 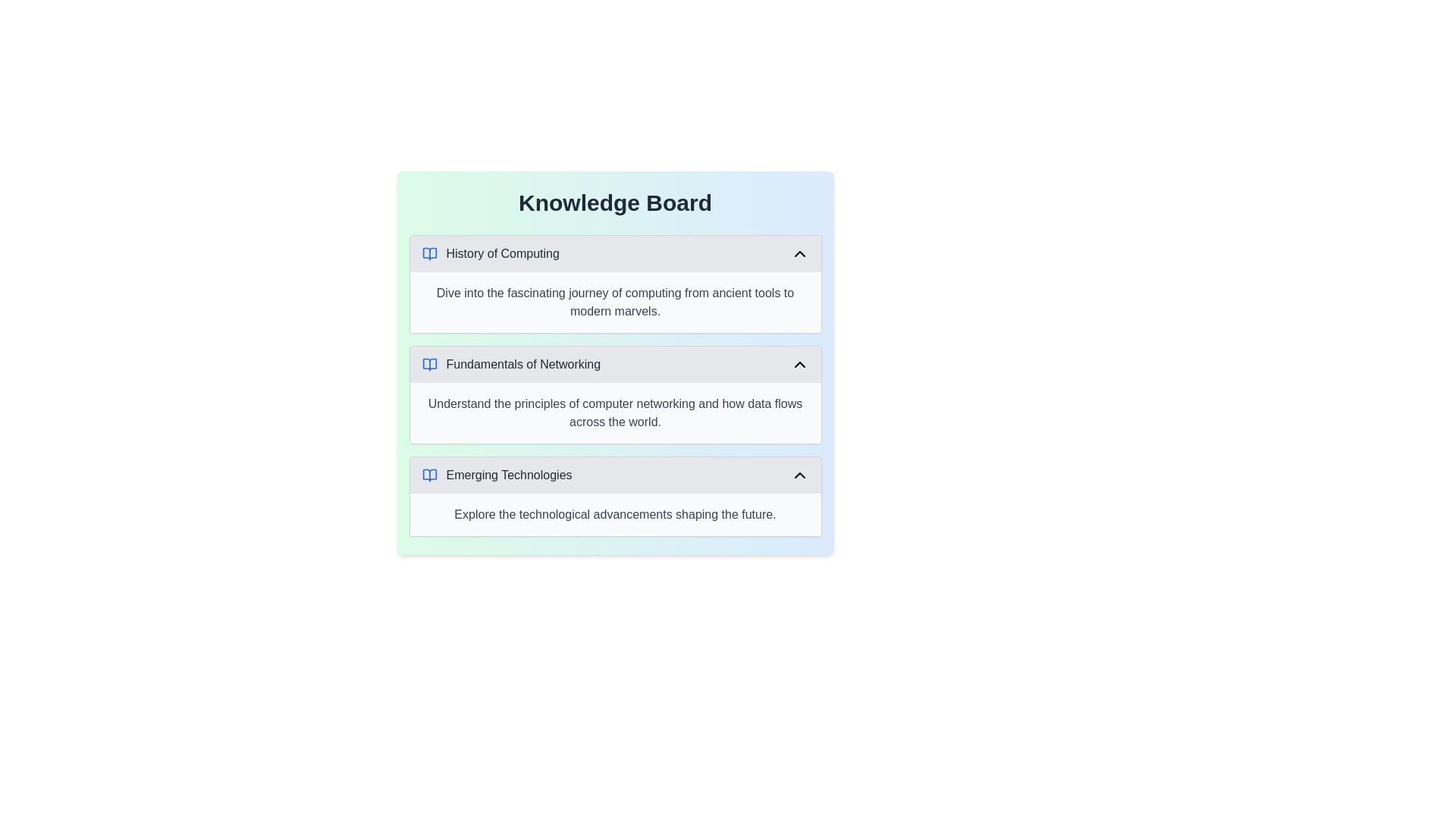 What do you see at coordinates (428, 365) in the screenshot?
I see `the icon indicating knowledge or reading materials, which is positioned second among the icons, to the left of the 'Fundamentals of Networking' section title` at bounding box center [428, 365].